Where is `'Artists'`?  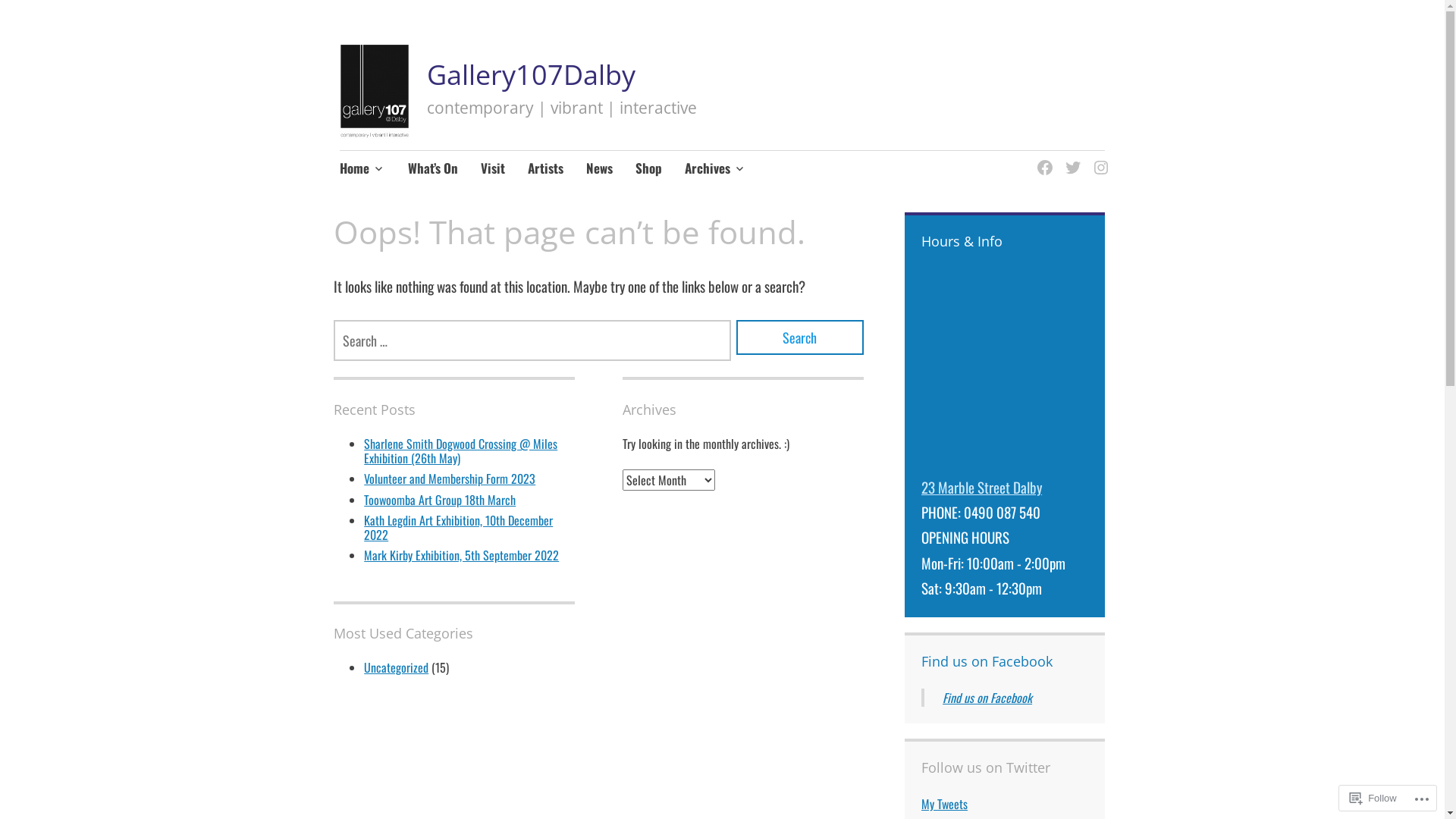 'Artists' is located at coordinates (545, 169).